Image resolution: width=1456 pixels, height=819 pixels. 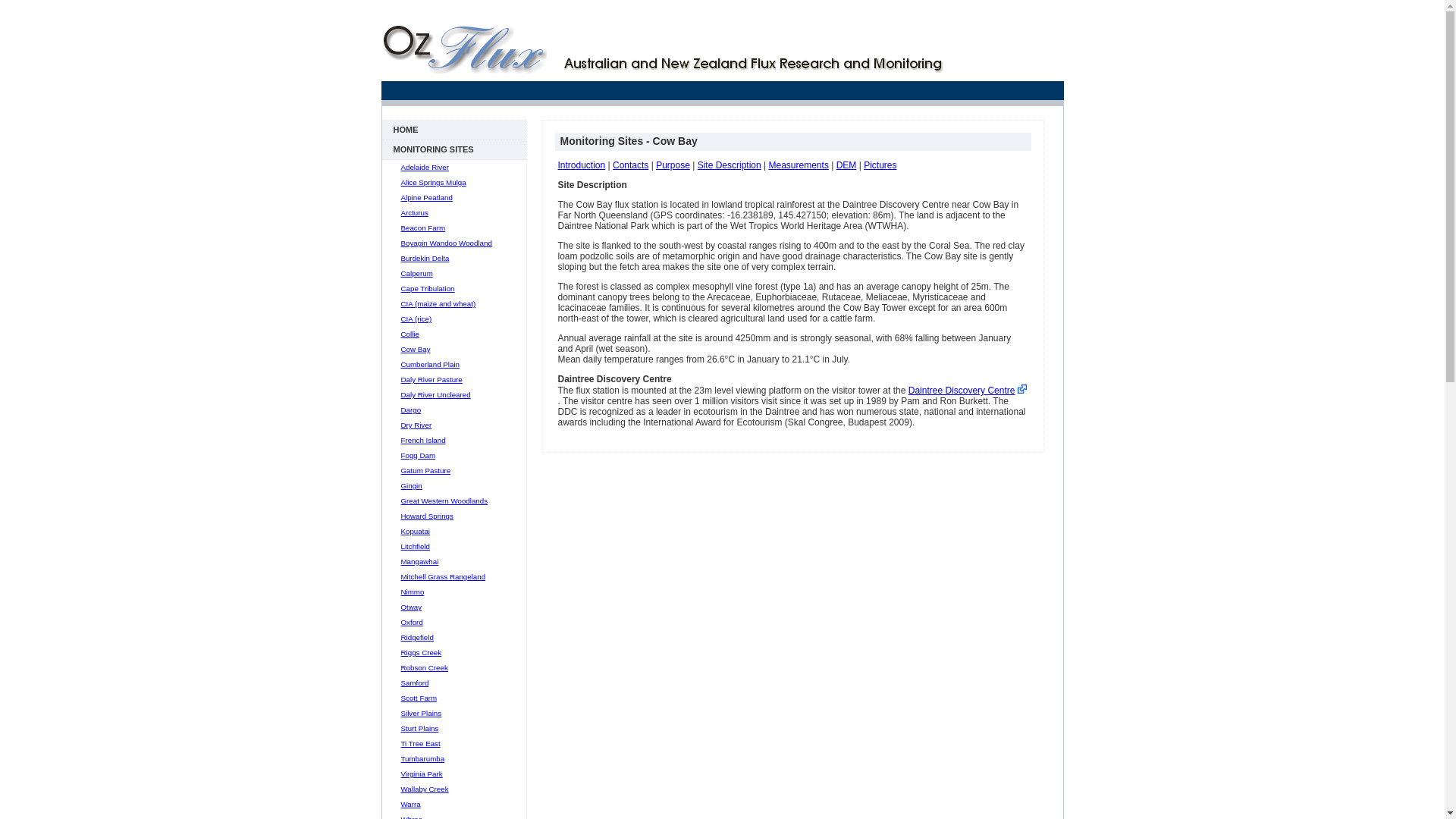 What do you see at coordinates (425, 196) in the screenshot?
I see `'Alpine Peatland'` at bounding box center [425, 196].